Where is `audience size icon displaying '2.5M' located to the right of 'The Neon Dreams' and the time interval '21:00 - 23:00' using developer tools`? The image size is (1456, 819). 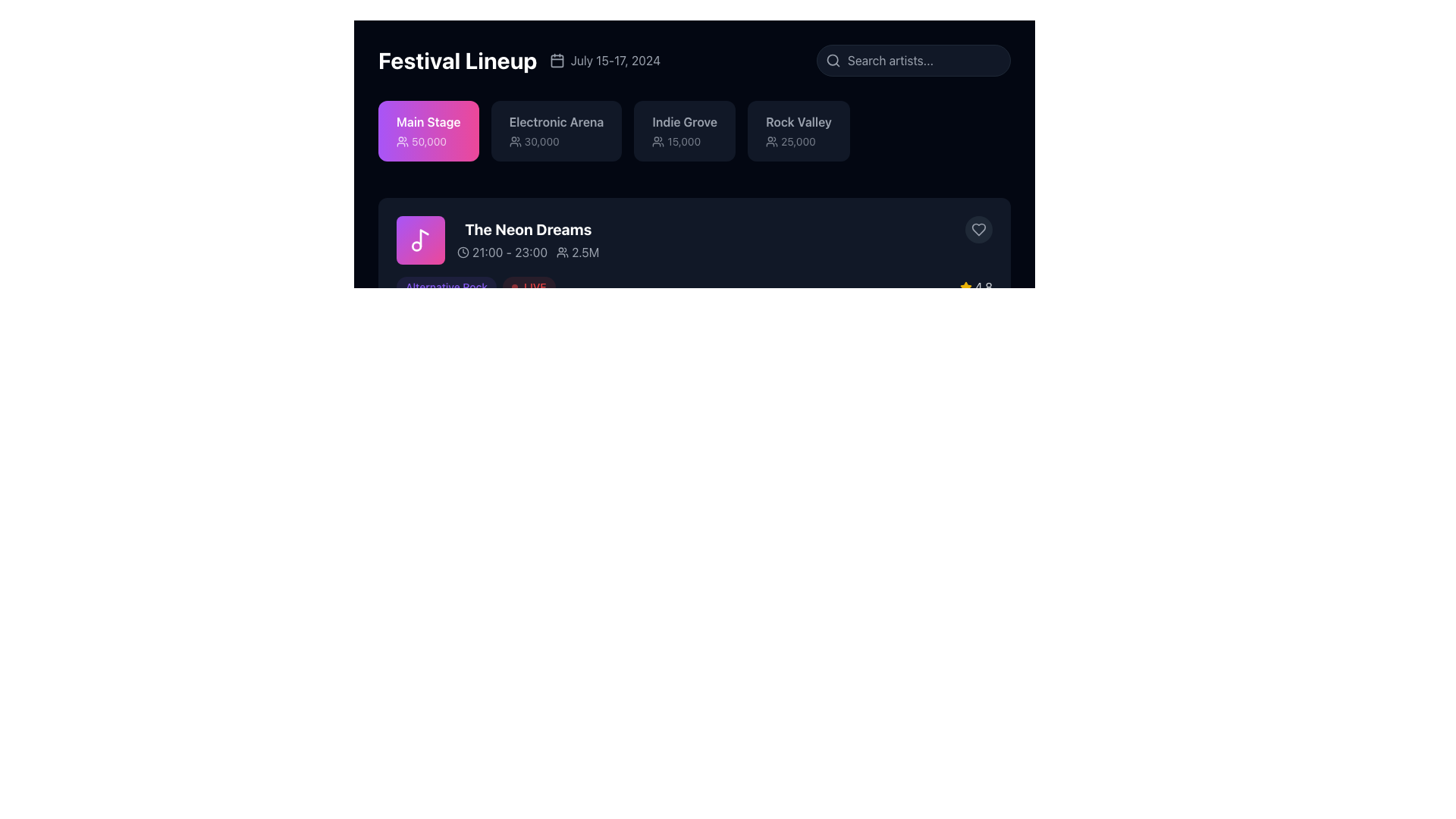 audience size icon displaying '2.5M' located to the right of 'The Neon Dreams' and the time interval '21:00 - 23:00' using developer tools is located at coordinates (562, 251).